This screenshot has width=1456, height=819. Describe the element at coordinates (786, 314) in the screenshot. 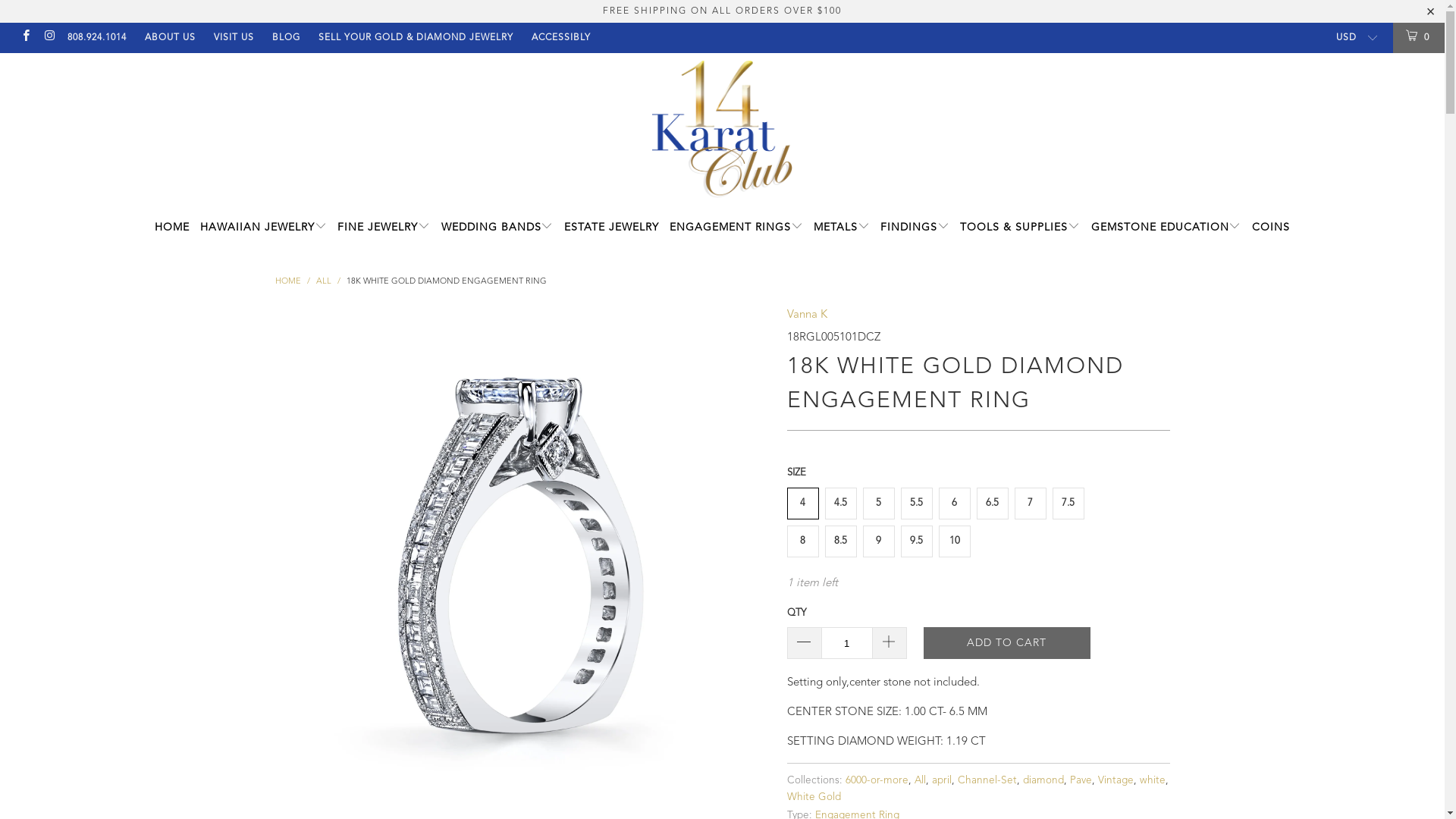

I see `'Vanna K'` at that location.